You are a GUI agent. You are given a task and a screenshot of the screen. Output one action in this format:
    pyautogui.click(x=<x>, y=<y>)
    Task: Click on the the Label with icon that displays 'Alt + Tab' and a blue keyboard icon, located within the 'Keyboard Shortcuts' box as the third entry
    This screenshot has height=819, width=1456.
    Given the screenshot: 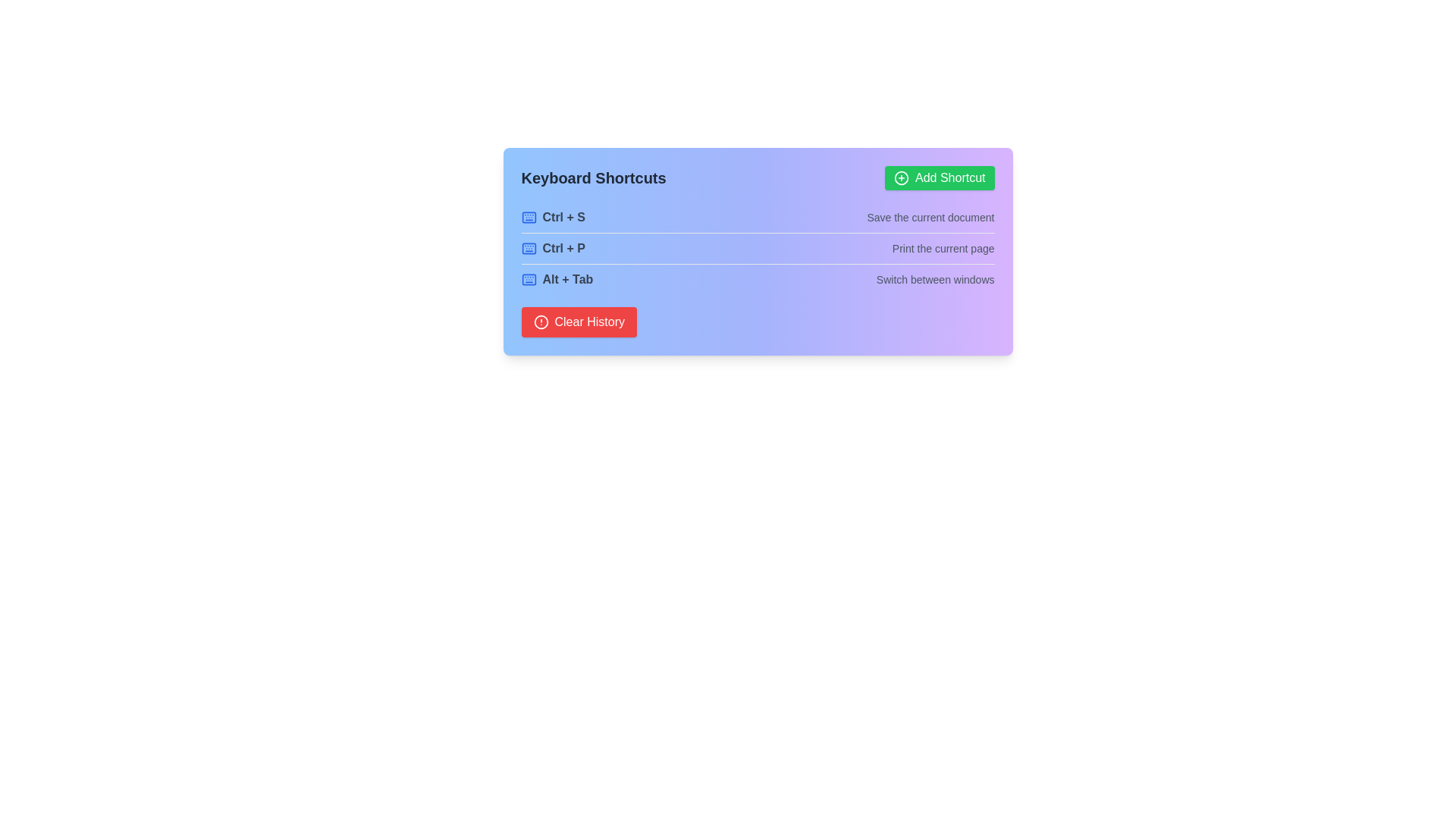 What is the action you would take?
    pyautogui.click(x=556, y=280)
    